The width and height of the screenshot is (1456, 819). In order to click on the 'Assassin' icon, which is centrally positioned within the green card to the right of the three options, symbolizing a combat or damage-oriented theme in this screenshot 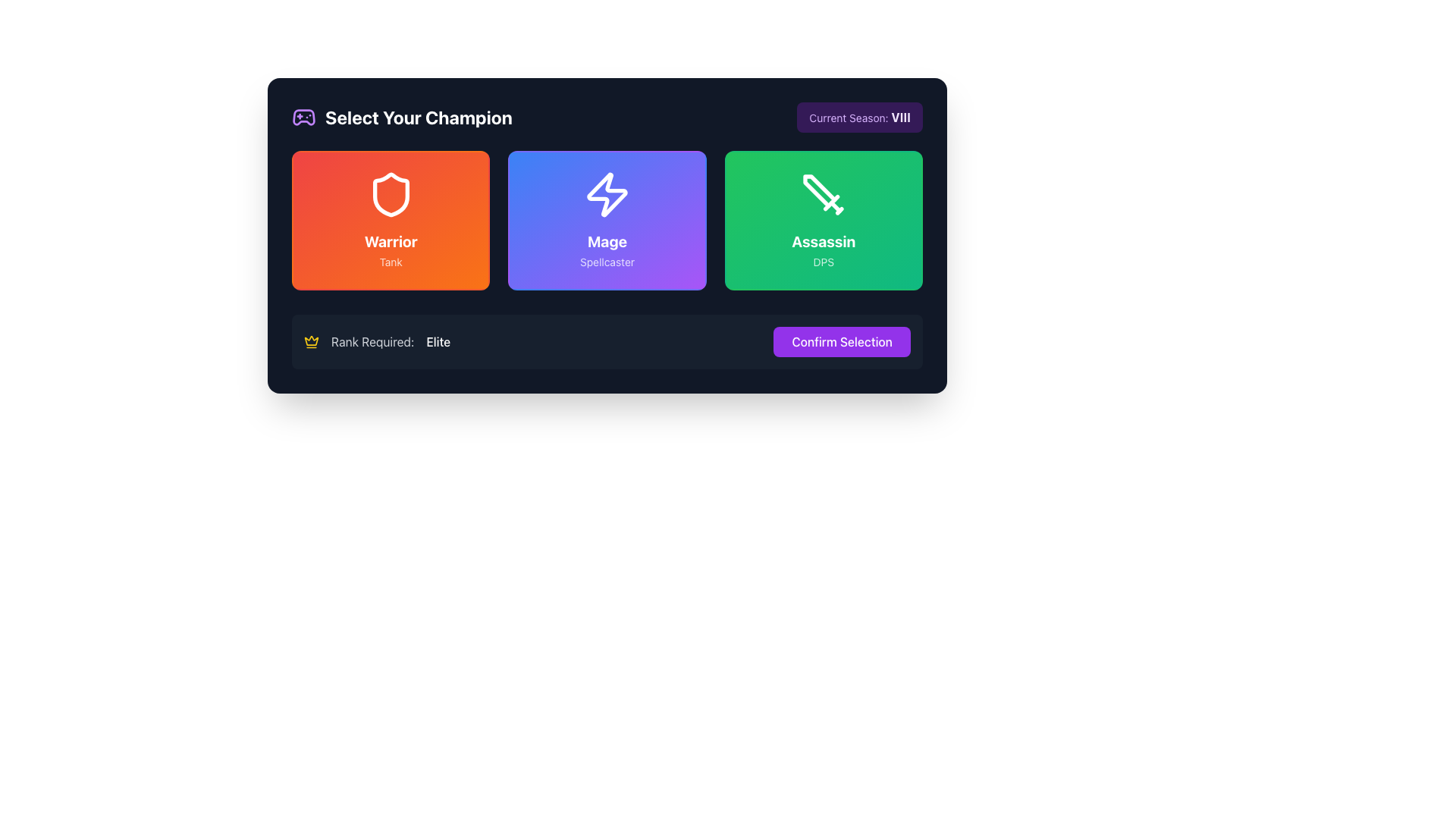, I will do `click(823, 194)`.